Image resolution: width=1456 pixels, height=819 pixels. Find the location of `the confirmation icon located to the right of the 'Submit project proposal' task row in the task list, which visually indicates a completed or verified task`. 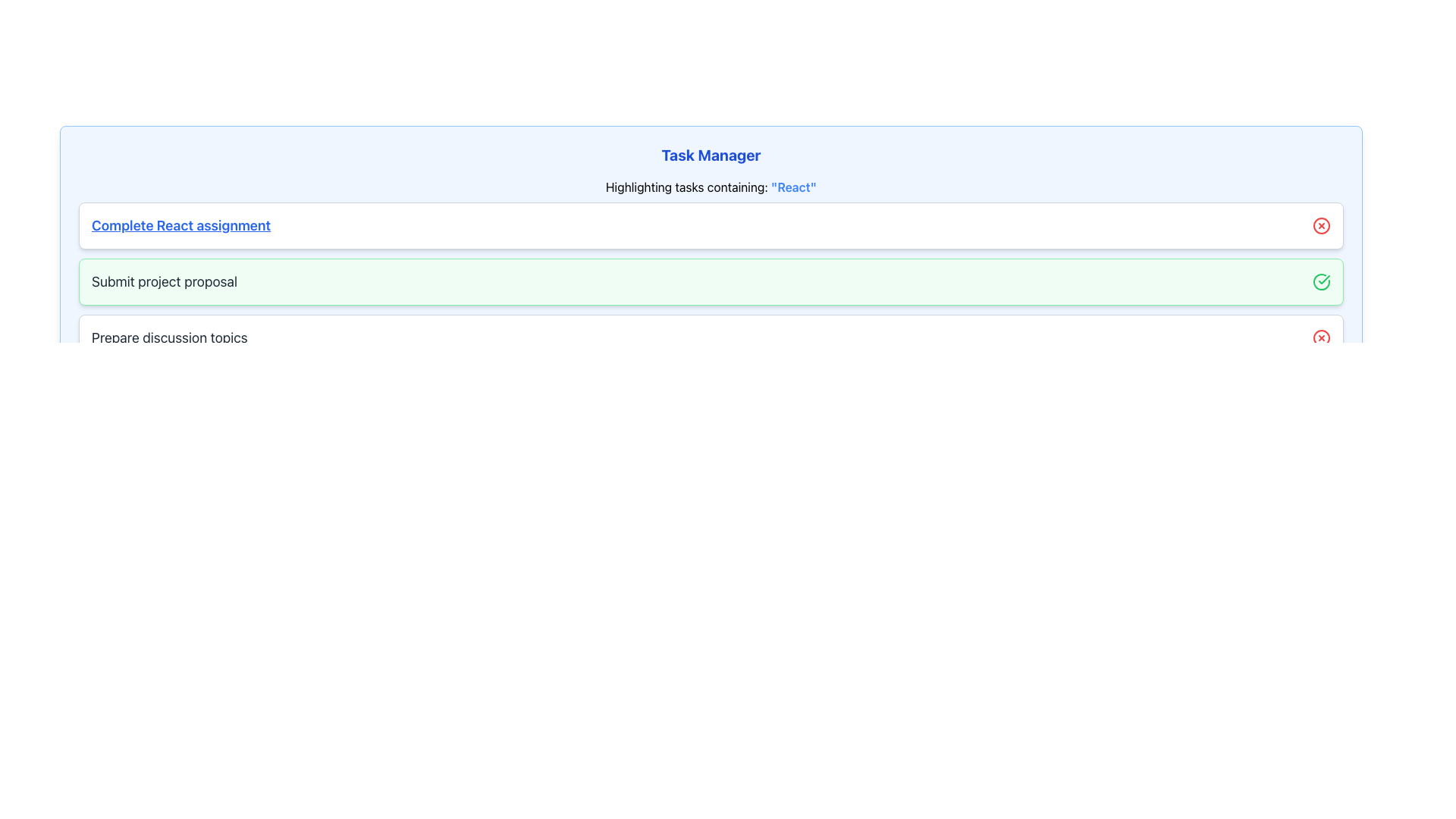

the confirmation icon located to the right of the 'Submit project proposal' task row in the task list, which visually indicates a completed or verified task is located at coordinates (1320, 281).